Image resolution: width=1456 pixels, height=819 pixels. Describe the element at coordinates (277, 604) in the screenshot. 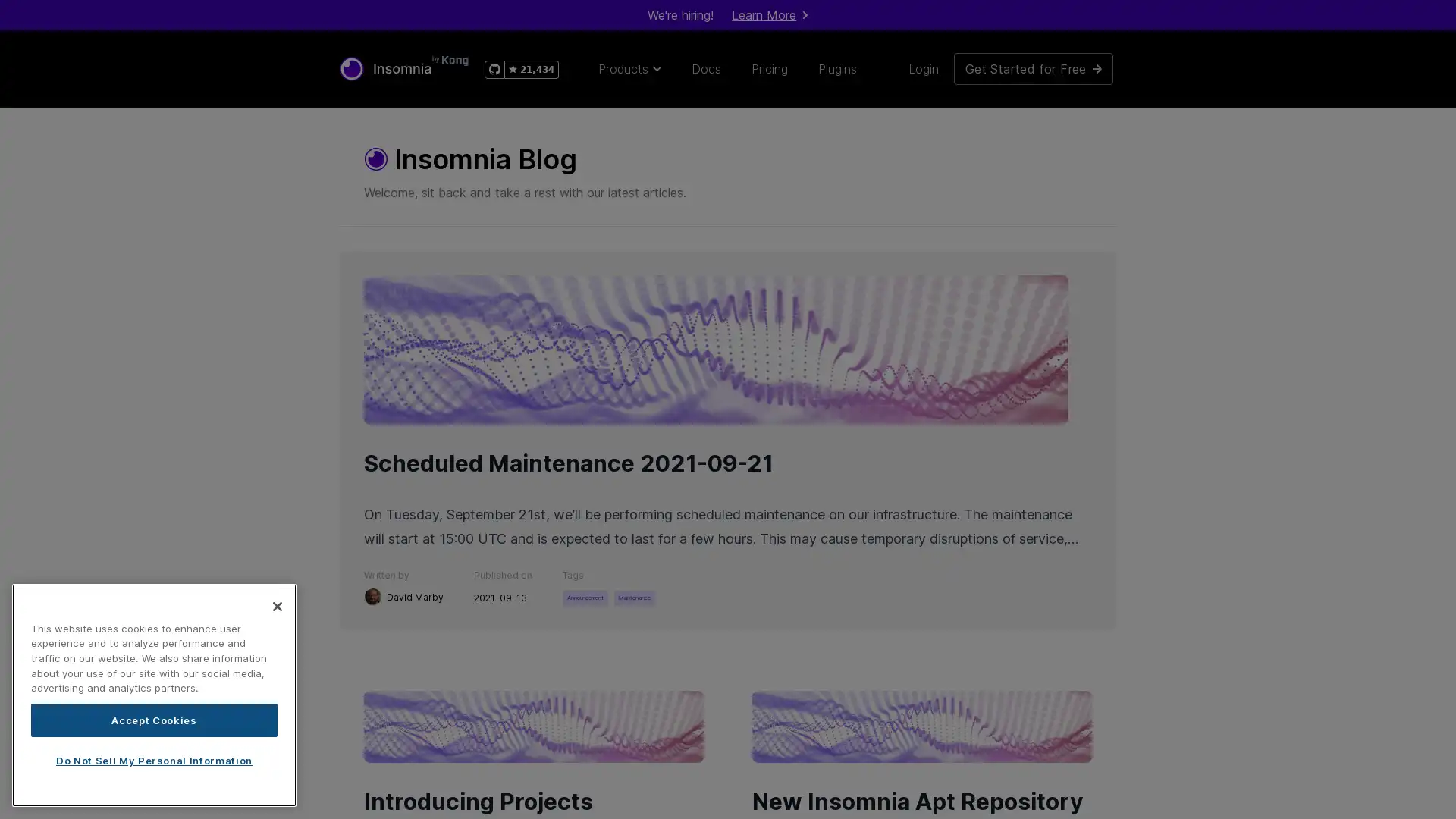

I see `Close` at that location.